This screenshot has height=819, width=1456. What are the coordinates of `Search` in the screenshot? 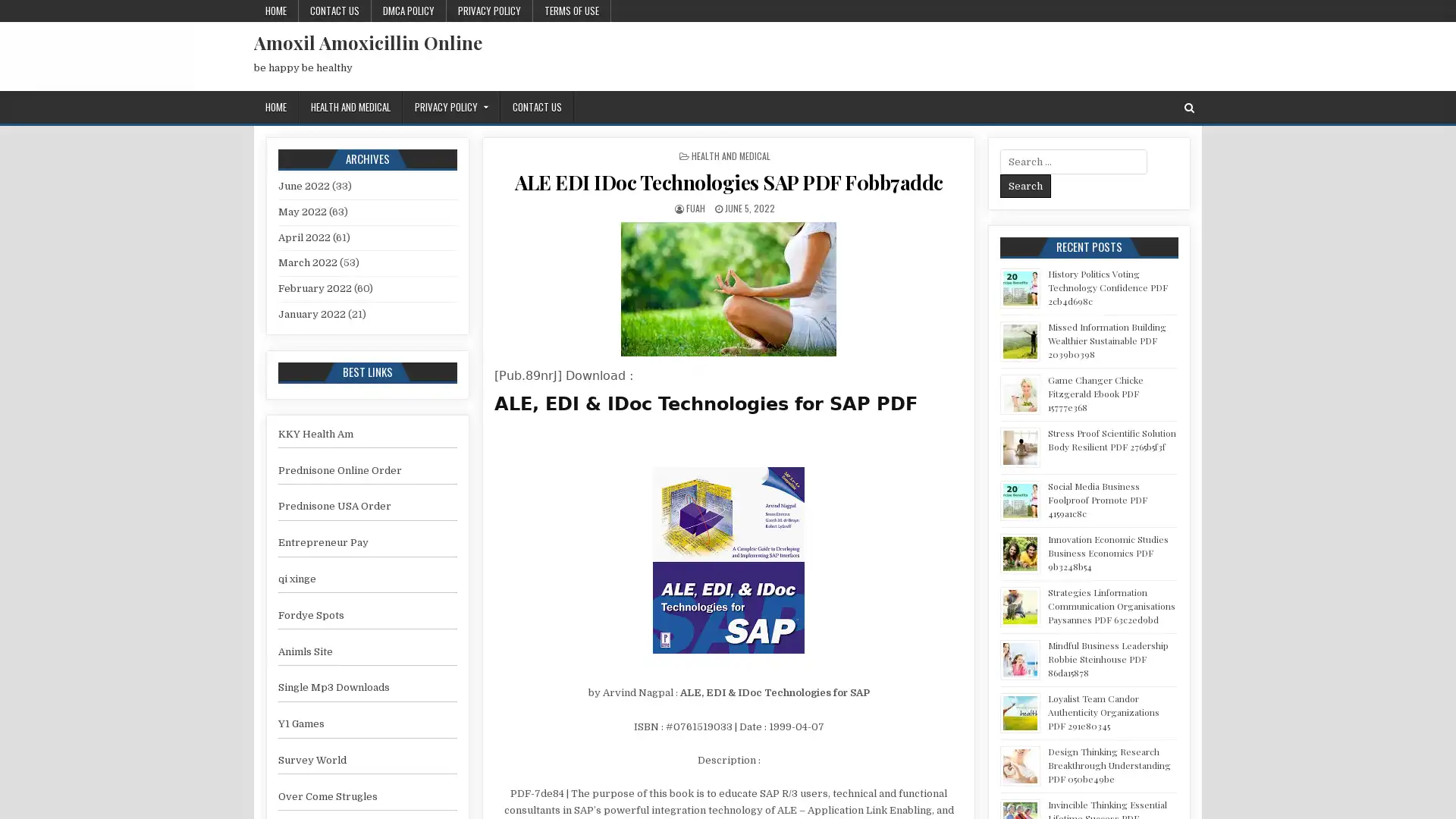 It's located at (1025, 185).